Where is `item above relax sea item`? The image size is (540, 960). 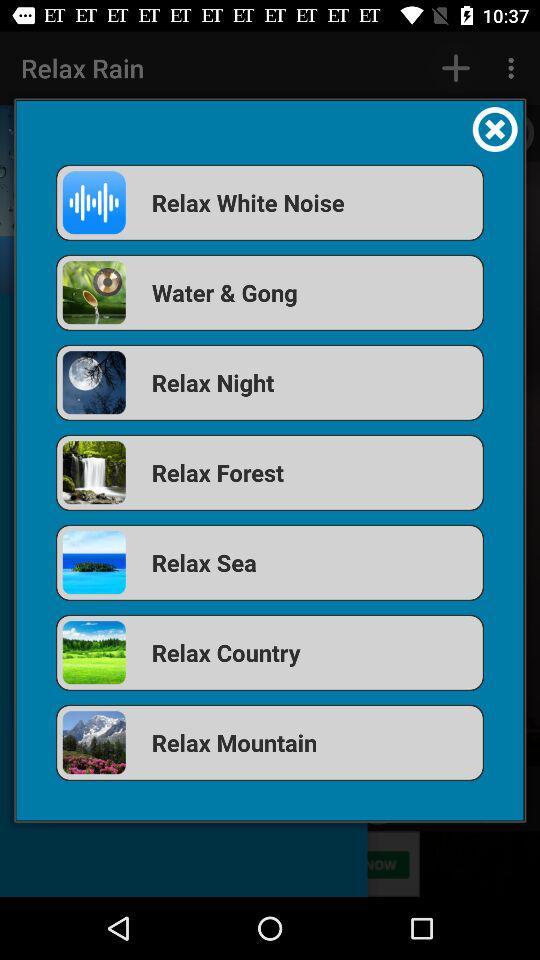
item above relax sea item is located at coordinates (270, 472).